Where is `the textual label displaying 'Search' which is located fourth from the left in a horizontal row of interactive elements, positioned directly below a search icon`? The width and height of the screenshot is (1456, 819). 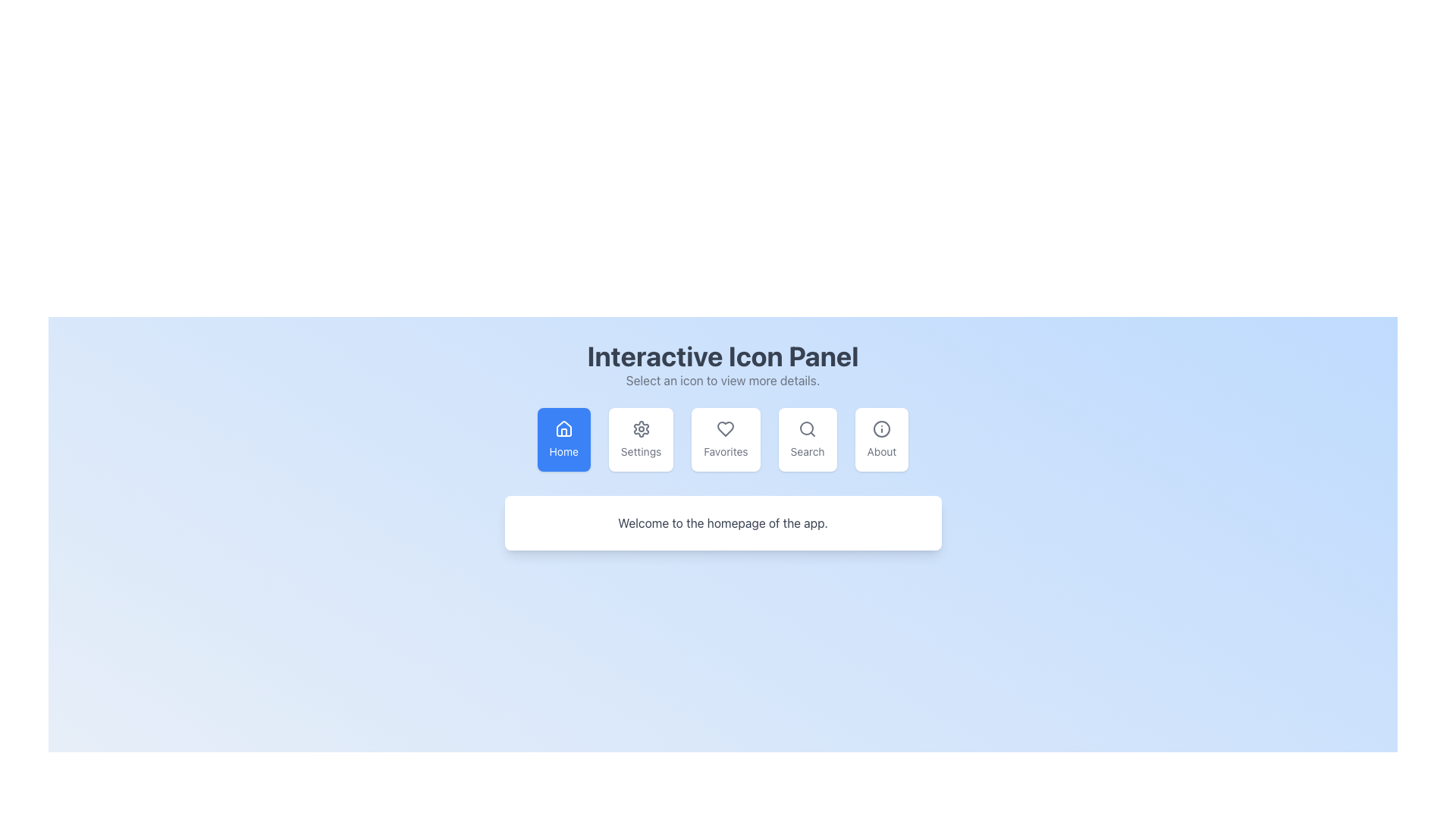 the textual label displaying 'Search' which is located fourth from the left in a horizontal row of interactive elements, positioned directly below a search icon is located at coordinates (807, 451).